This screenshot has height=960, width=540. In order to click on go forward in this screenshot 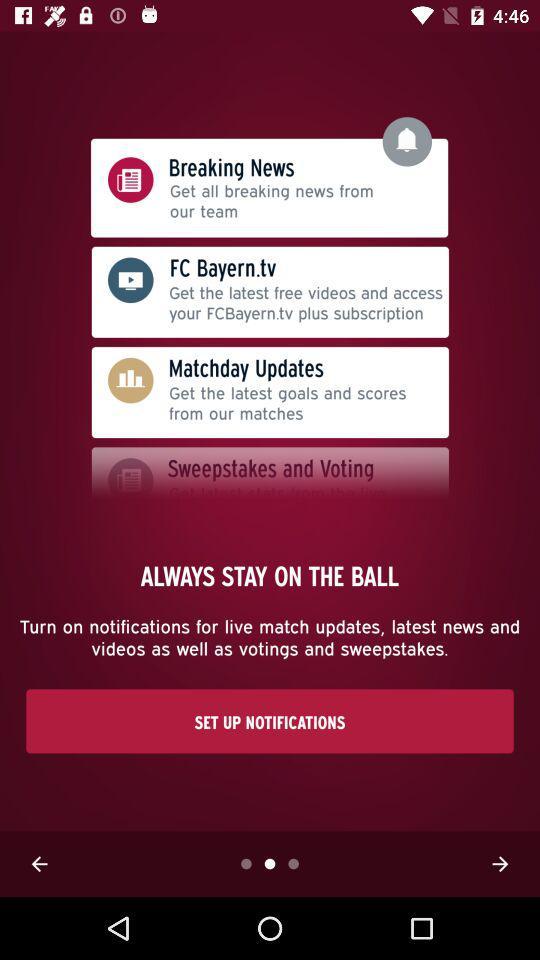, I will do `click(499, 863)`.